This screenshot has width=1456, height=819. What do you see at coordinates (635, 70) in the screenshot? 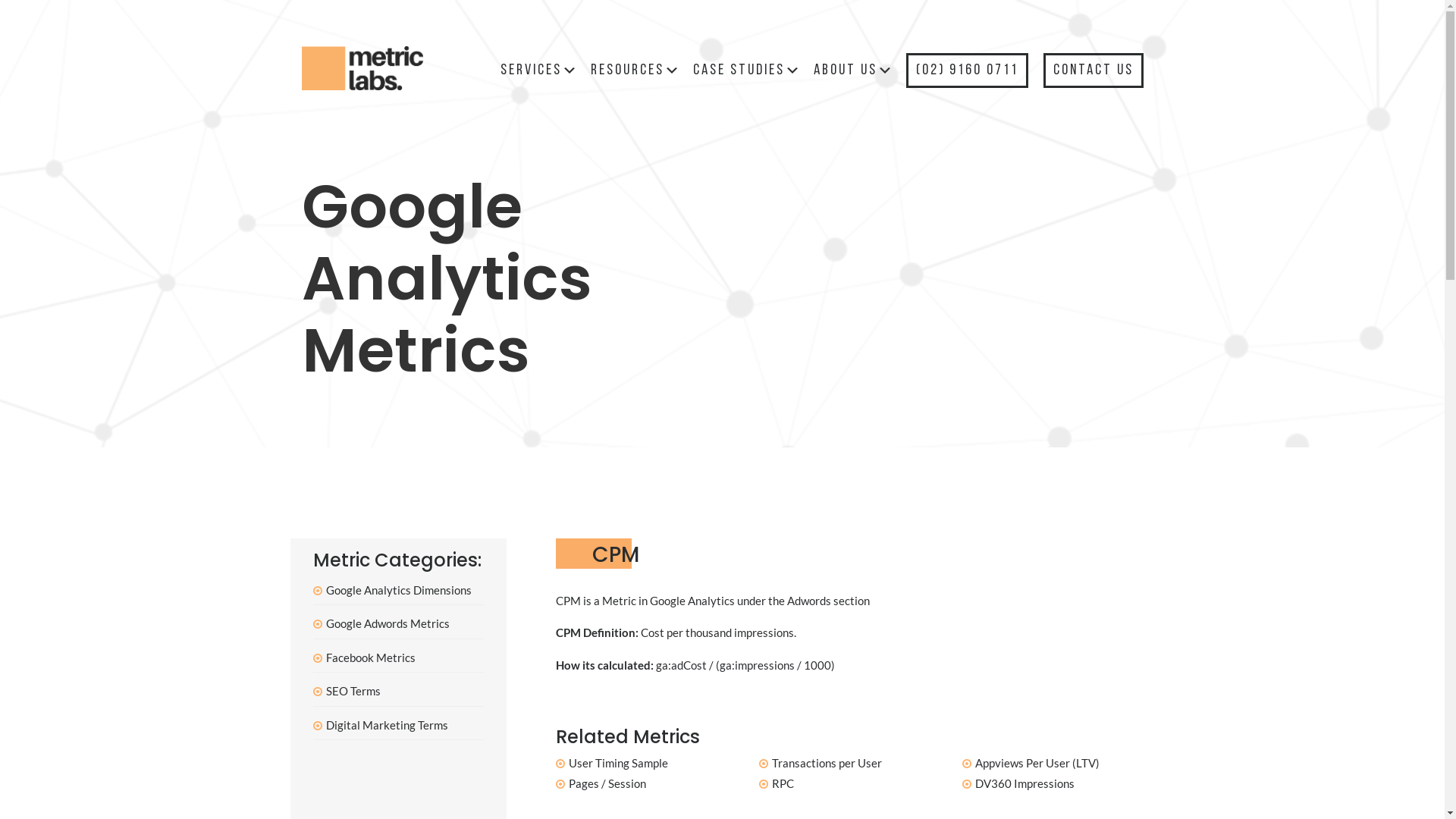
I see `'Resources'` at bounding box center [635, 70].